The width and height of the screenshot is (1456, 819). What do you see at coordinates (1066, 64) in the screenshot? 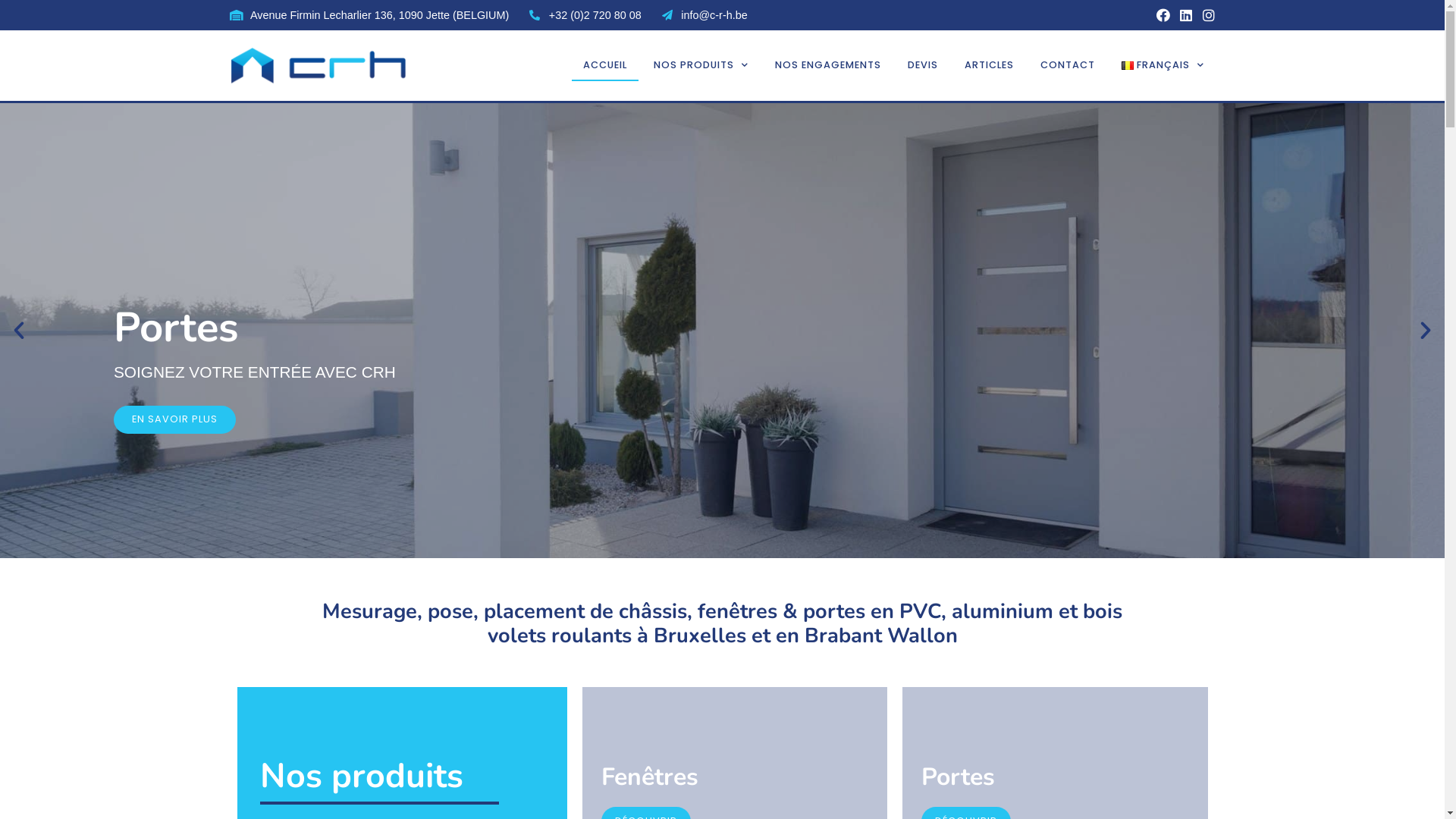
I see `'CONTACT'` at bounding box center [1066, 64].